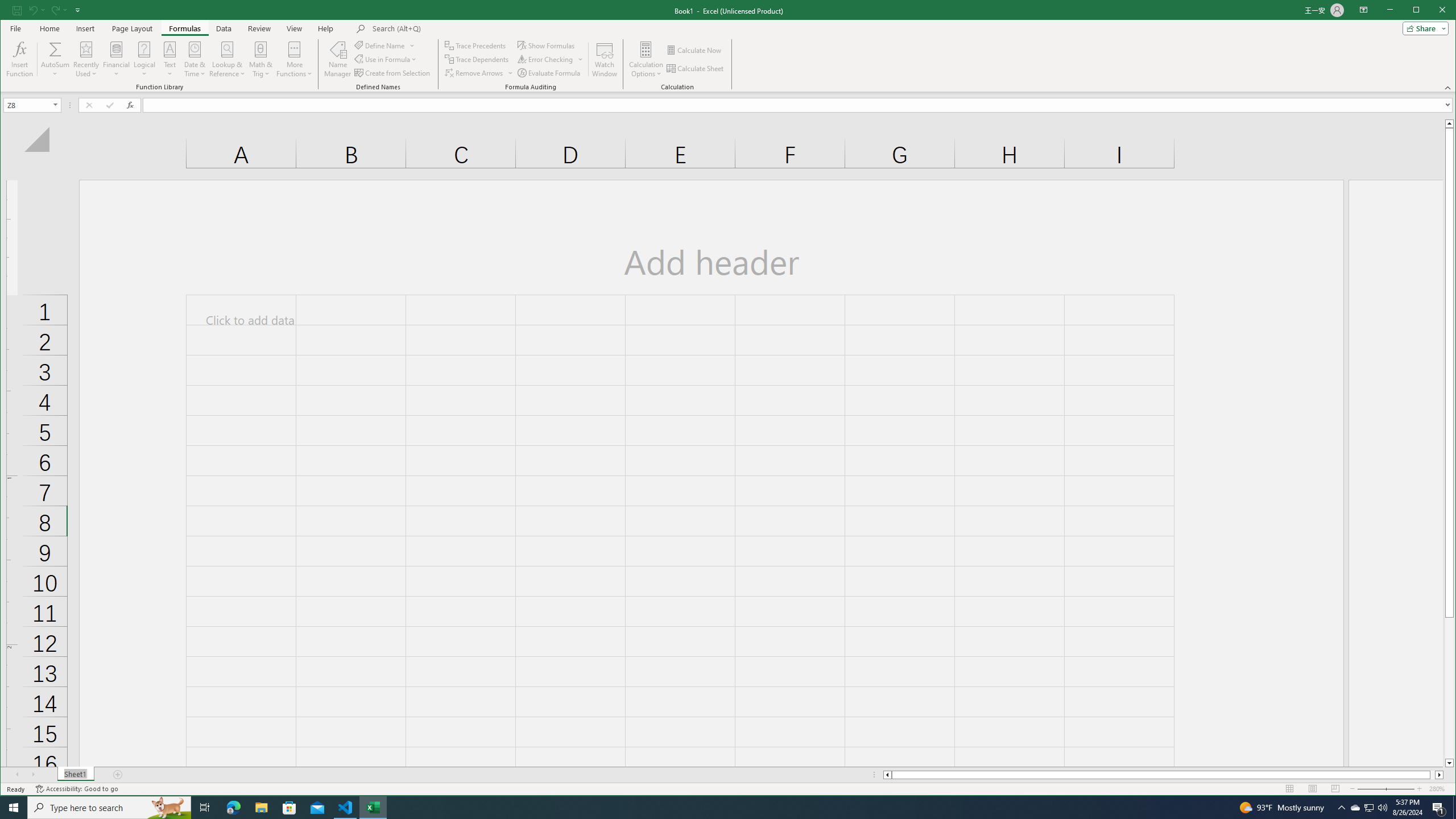 The width and height of the screenshot is (1456, 819). I want to click on 'Visual Studio Code - 1 running window', so click(345, 806).